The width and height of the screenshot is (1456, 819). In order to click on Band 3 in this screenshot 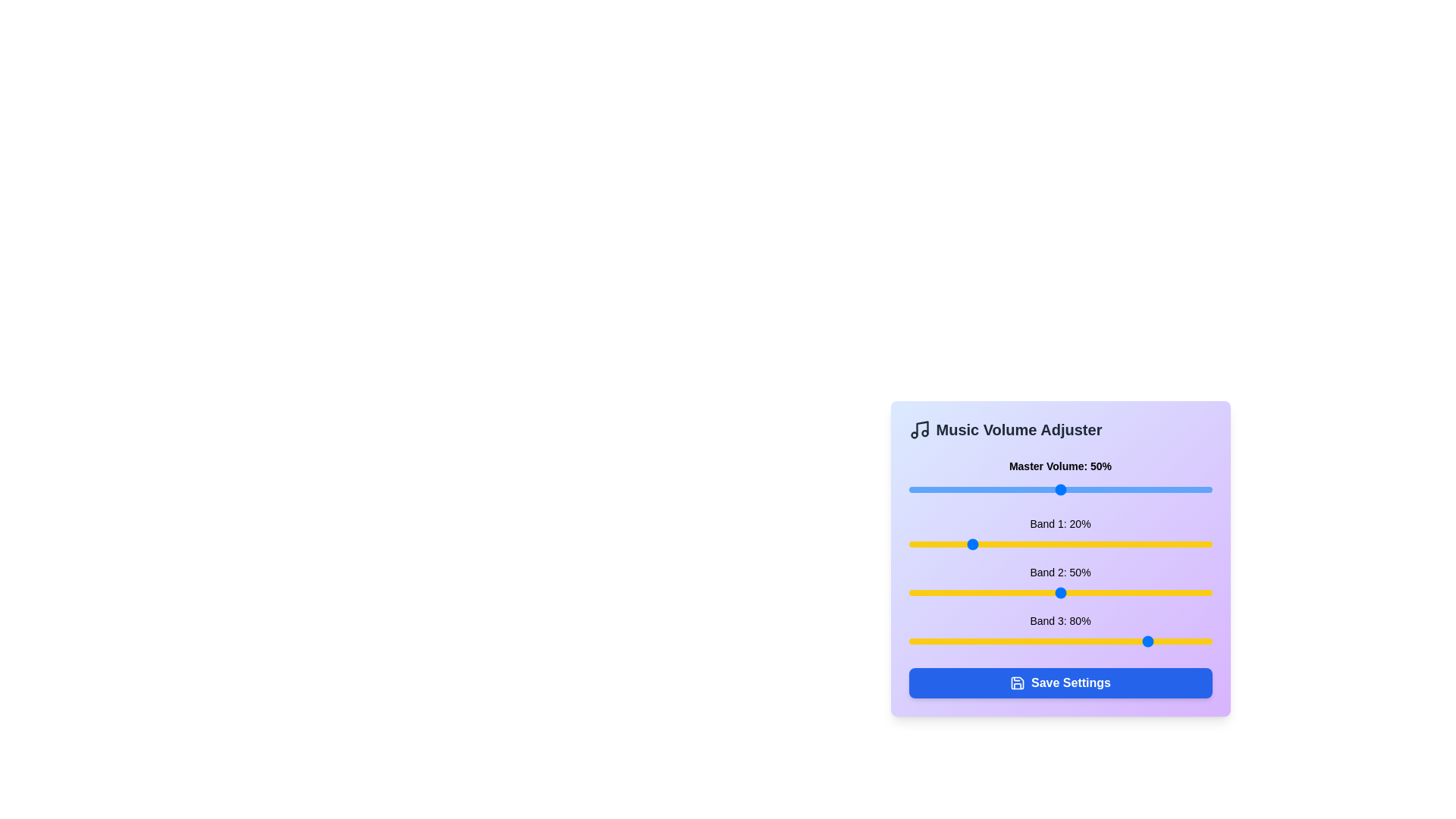, I will do `click(1159, 641)`.